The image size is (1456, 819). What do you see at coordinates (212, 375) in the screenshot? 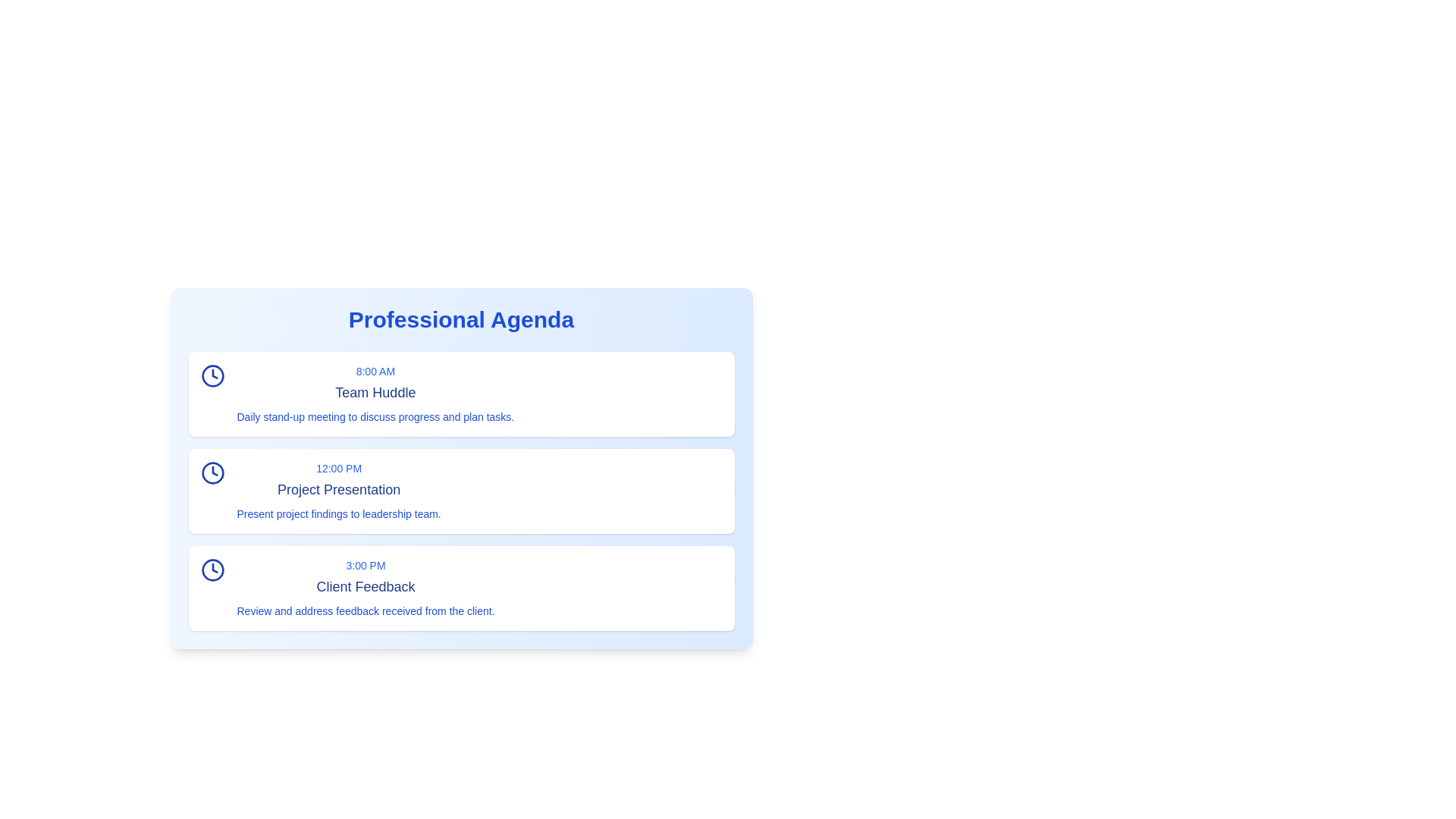
I see `the clock icon with a blue outline and white background, located next to the text '8:00 AM Team Huddle'` at bounding box center [212, 375].